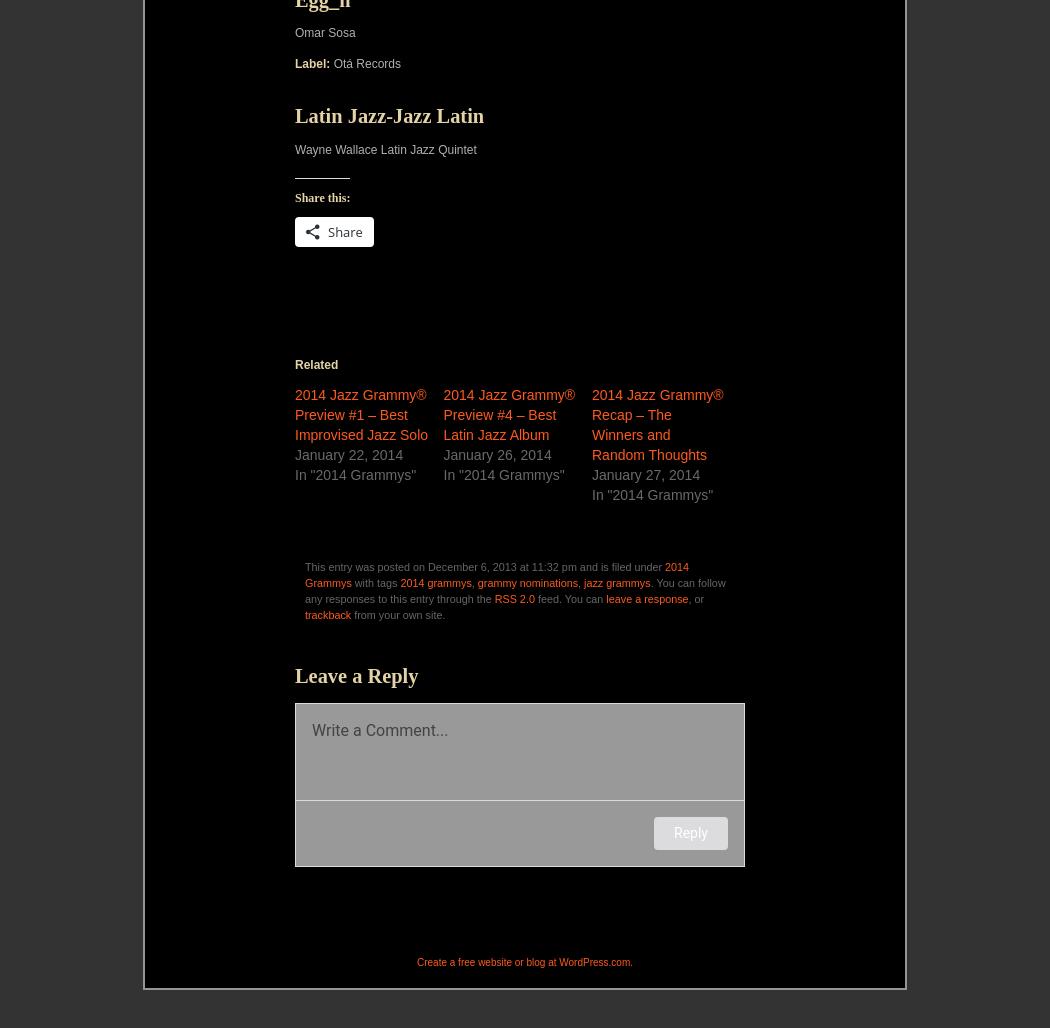 Image resolution: width=1050 pixels, height=1028 pixels. Describe the element at coordinates (322, 196) in the screenshot. I see `'Share this:'` at that location.